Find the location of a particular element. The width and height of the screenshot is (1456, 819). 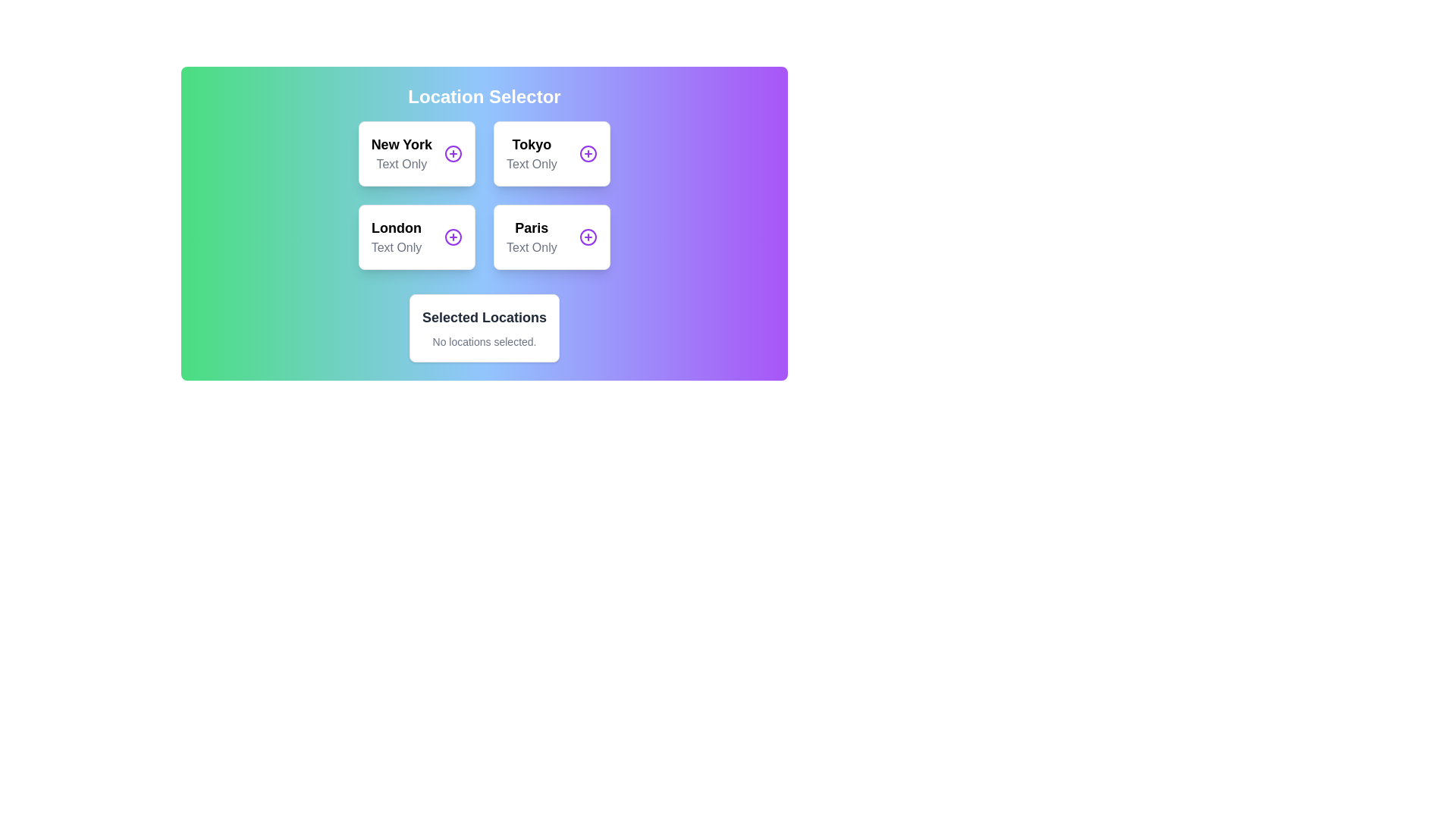

the button labeled 'Tokyo' located on the right side of its rectangular card within the 'Location Selector' area to trigger visual feedback is located at coordinates (588, 154).